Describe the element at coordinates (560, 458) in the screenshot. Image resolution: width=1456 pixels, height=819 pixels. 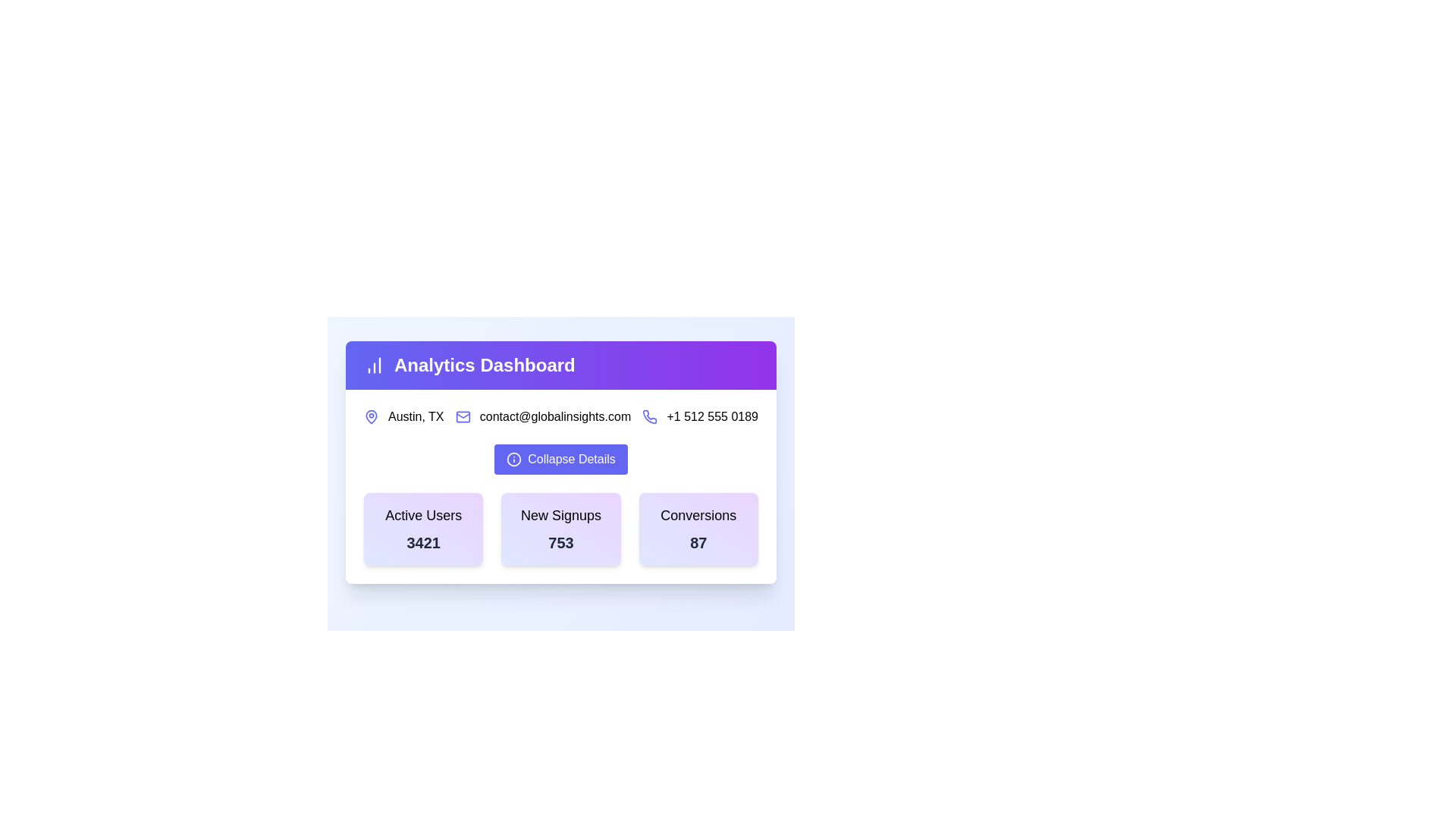
I see `the indigo 'Collapse Details' button with white text and an information icon, located below the contact information and above the statistics section` at that location.